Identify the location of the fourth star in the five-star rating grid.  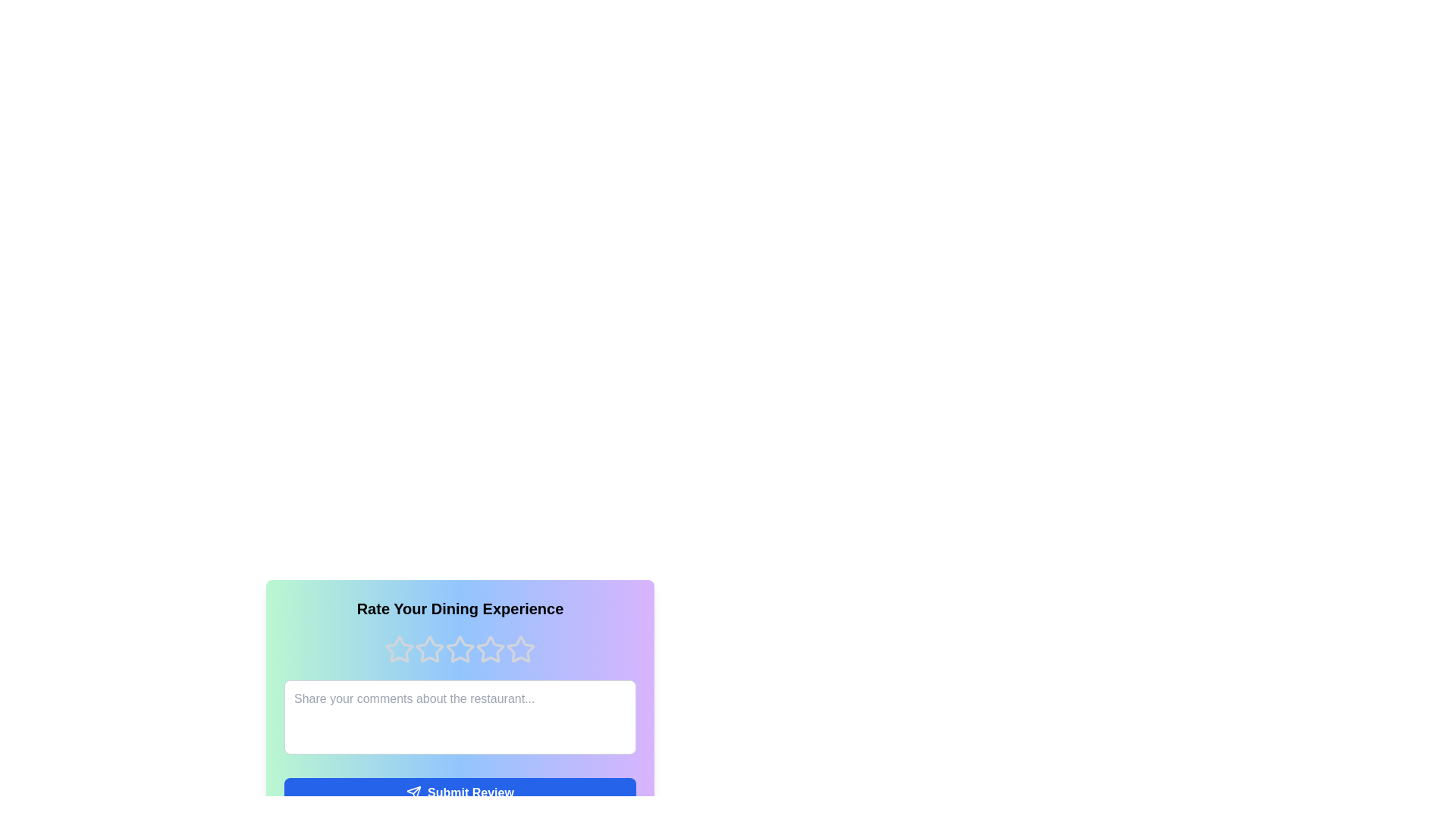
(520, 648).